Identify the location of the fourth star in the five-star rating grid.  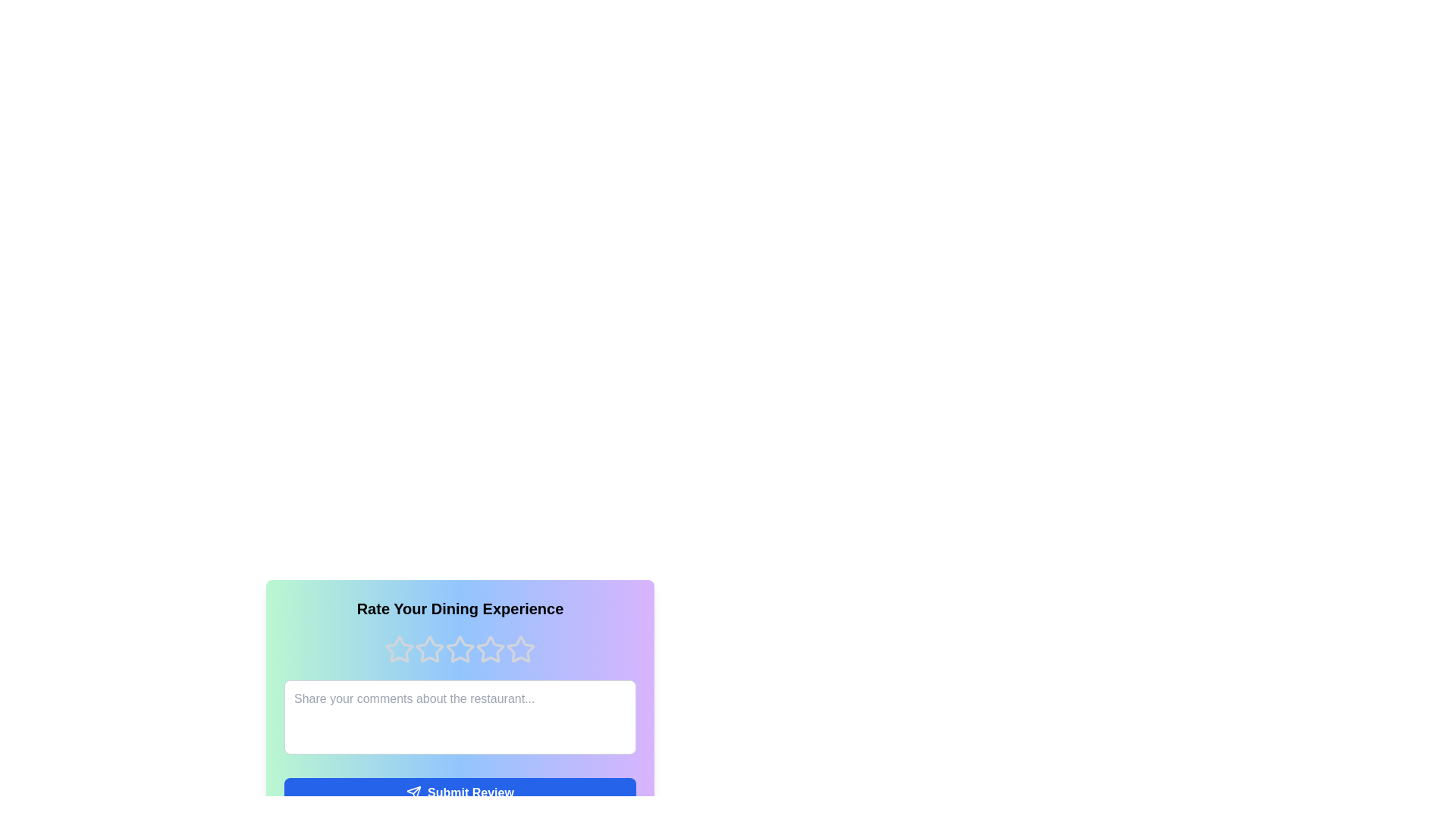
(520, 648).